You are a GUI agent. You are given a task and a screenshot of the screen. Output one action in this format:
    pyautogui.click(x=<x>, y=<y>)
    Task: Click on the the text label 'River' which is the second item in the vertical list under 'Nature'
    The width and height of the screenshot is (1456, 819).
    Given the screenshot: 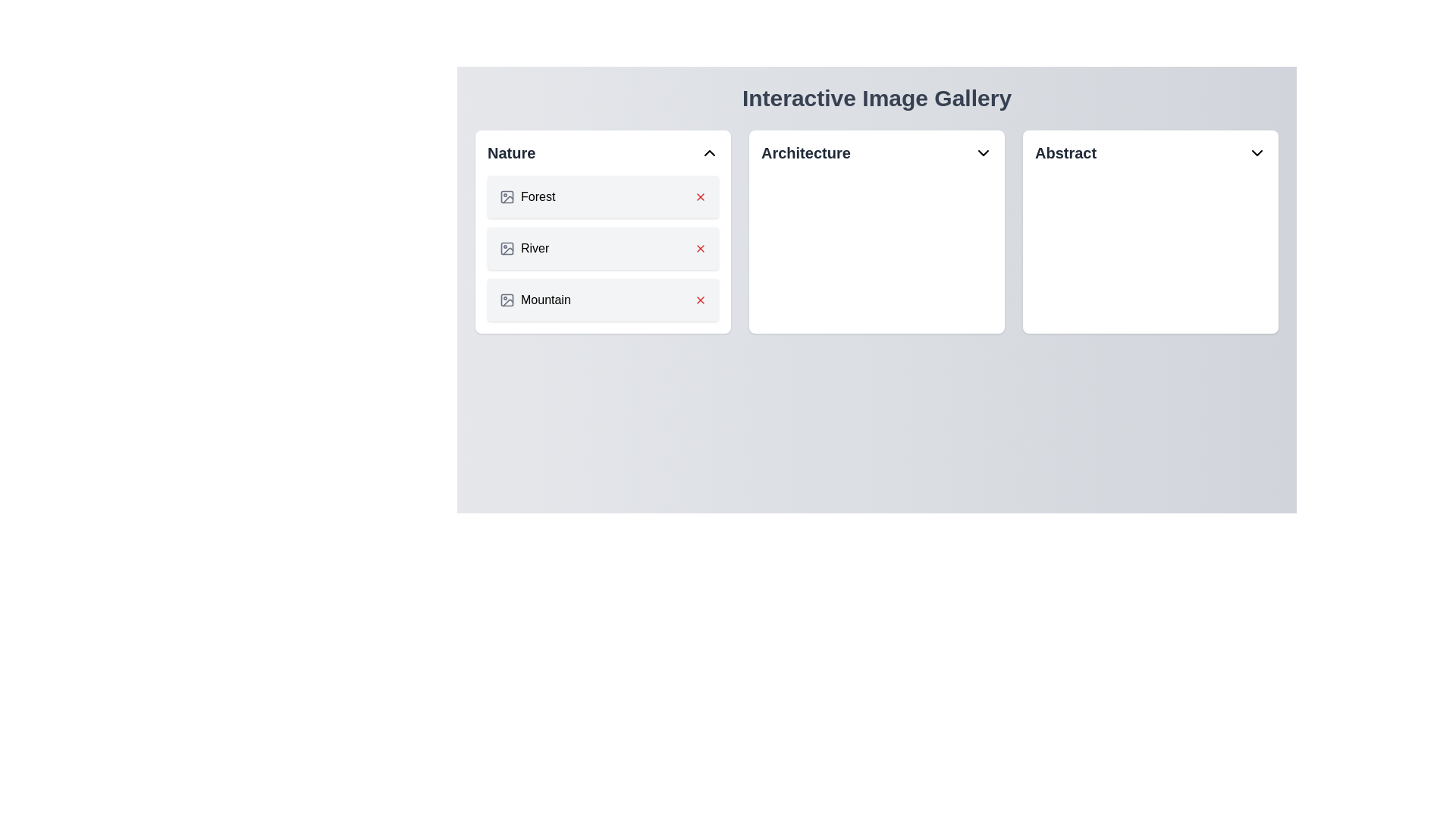 What is the action you would take?
    pyautogui.click(x=535, y=247)
    